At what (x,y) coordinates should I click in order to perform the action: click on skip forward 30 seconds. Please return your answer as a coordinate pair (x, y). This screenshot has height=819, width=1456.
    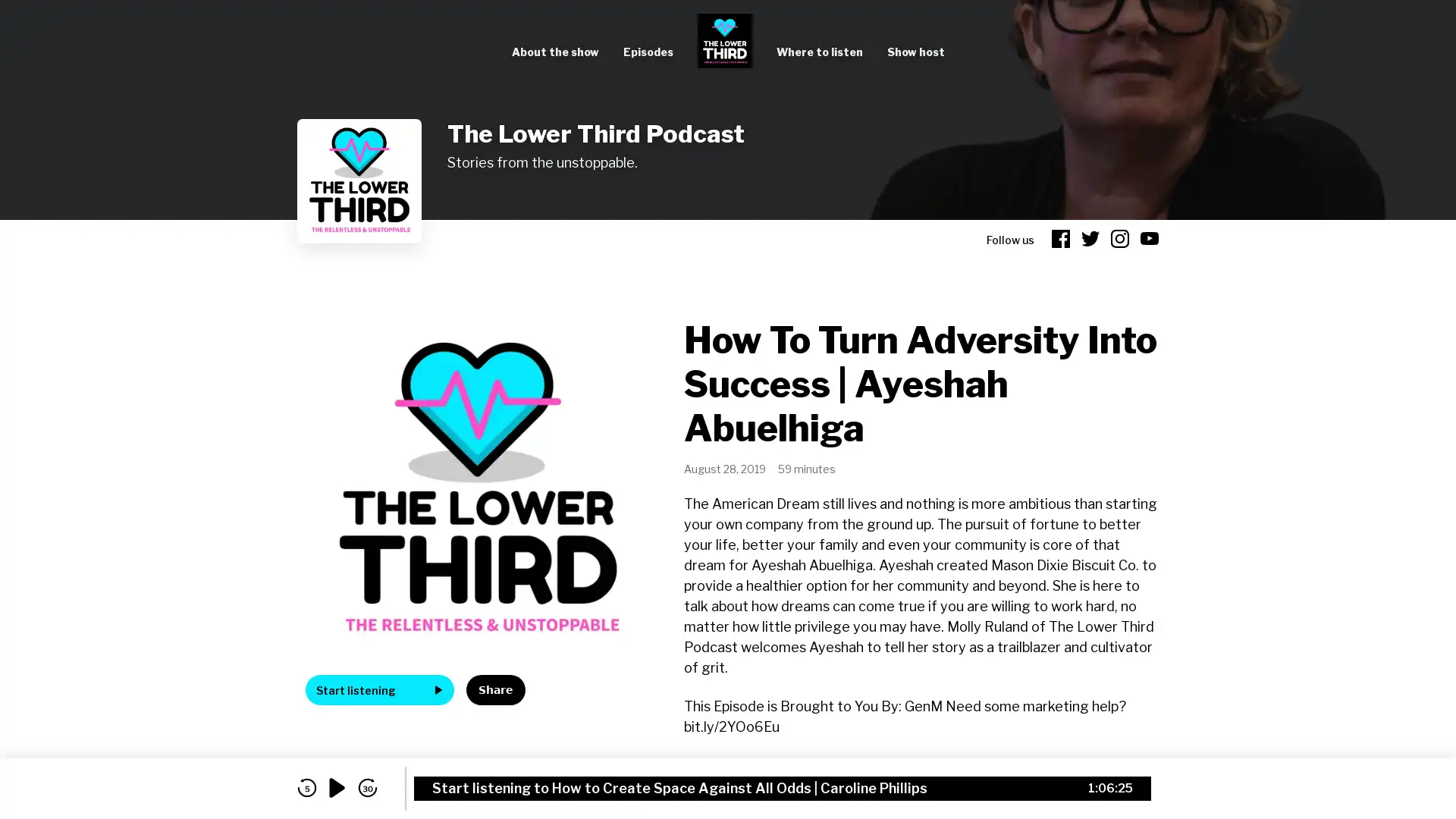
    Looking at the image, I should click on (367, 787).